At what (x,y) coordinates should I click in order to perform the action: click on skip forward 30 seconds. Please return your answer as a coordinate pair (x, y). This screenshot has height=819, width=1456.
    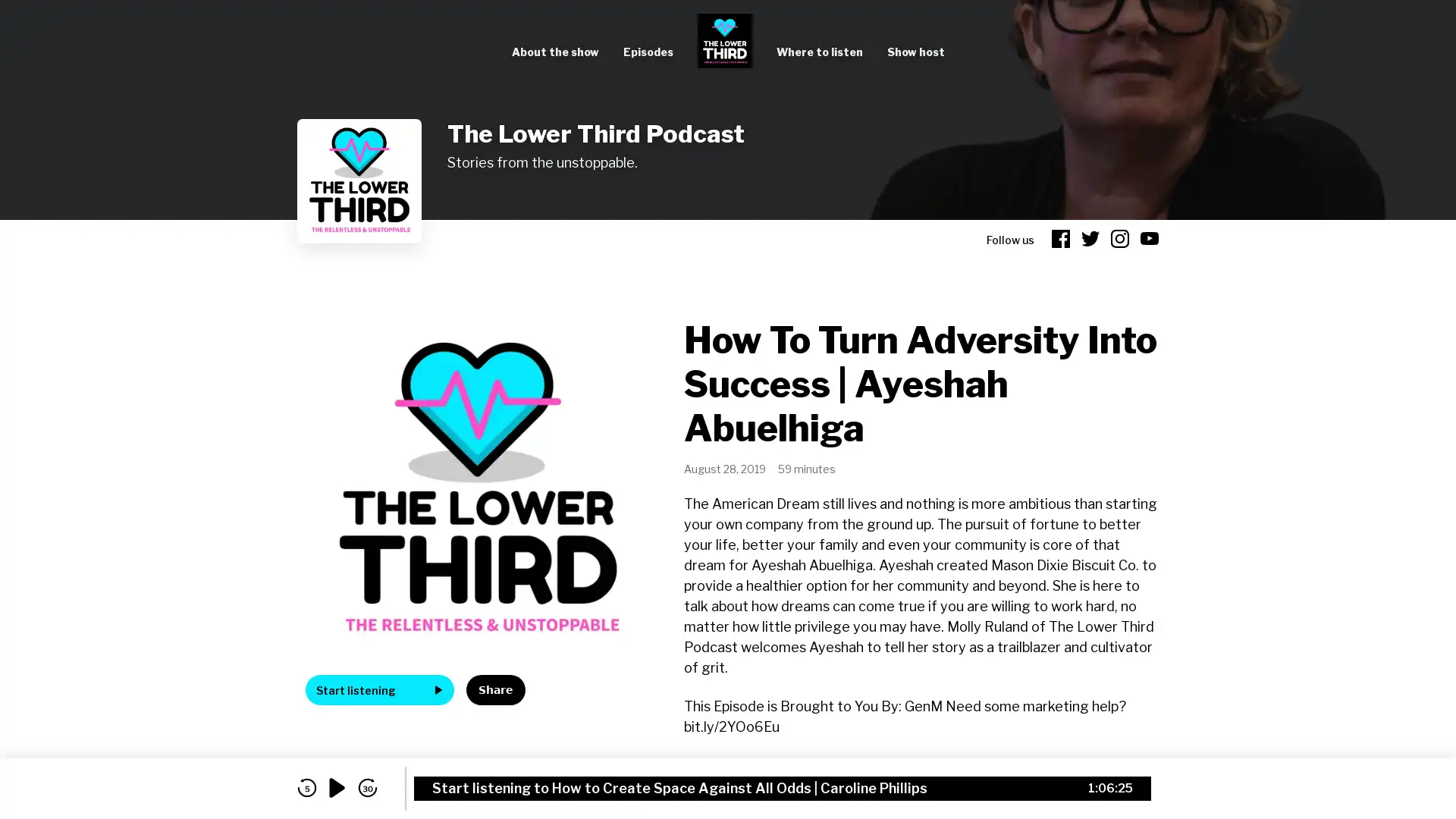
    Looking at the image, I should click on (367, 787).